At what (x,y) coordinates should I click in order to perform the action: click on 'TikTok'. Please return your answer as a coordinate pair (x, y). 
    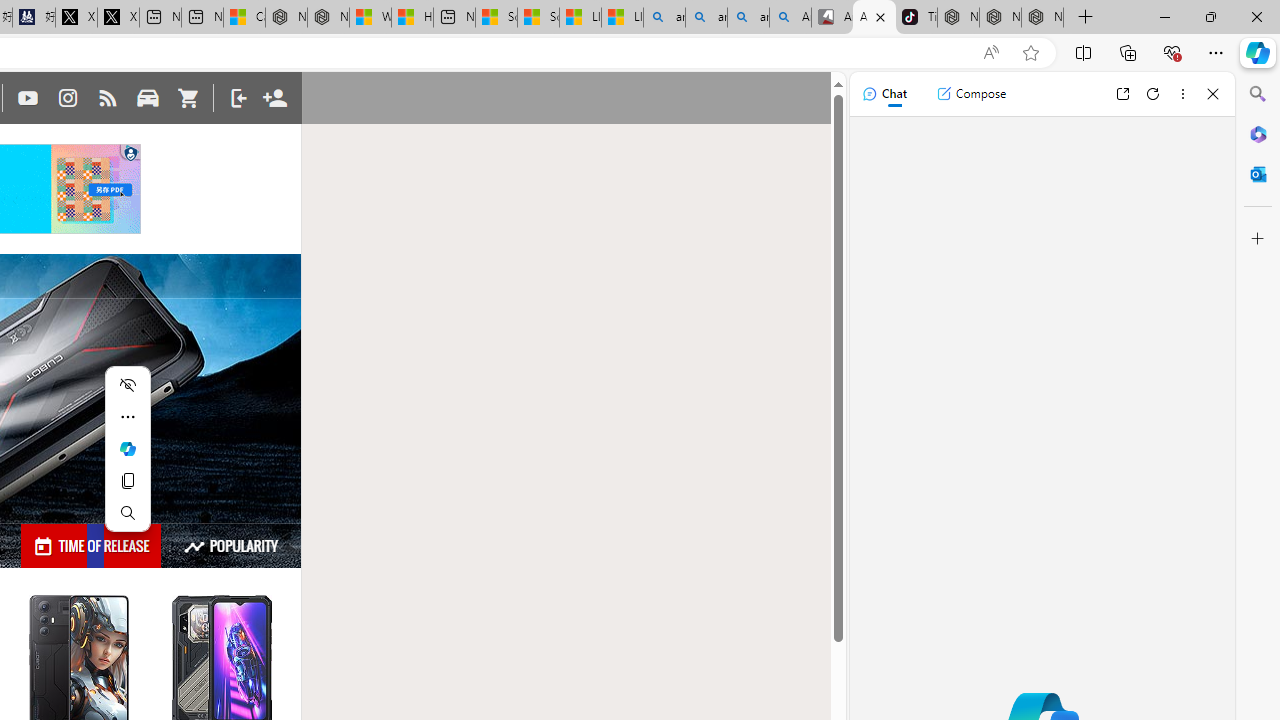
    Looking at the image, I should click on (915, 17).